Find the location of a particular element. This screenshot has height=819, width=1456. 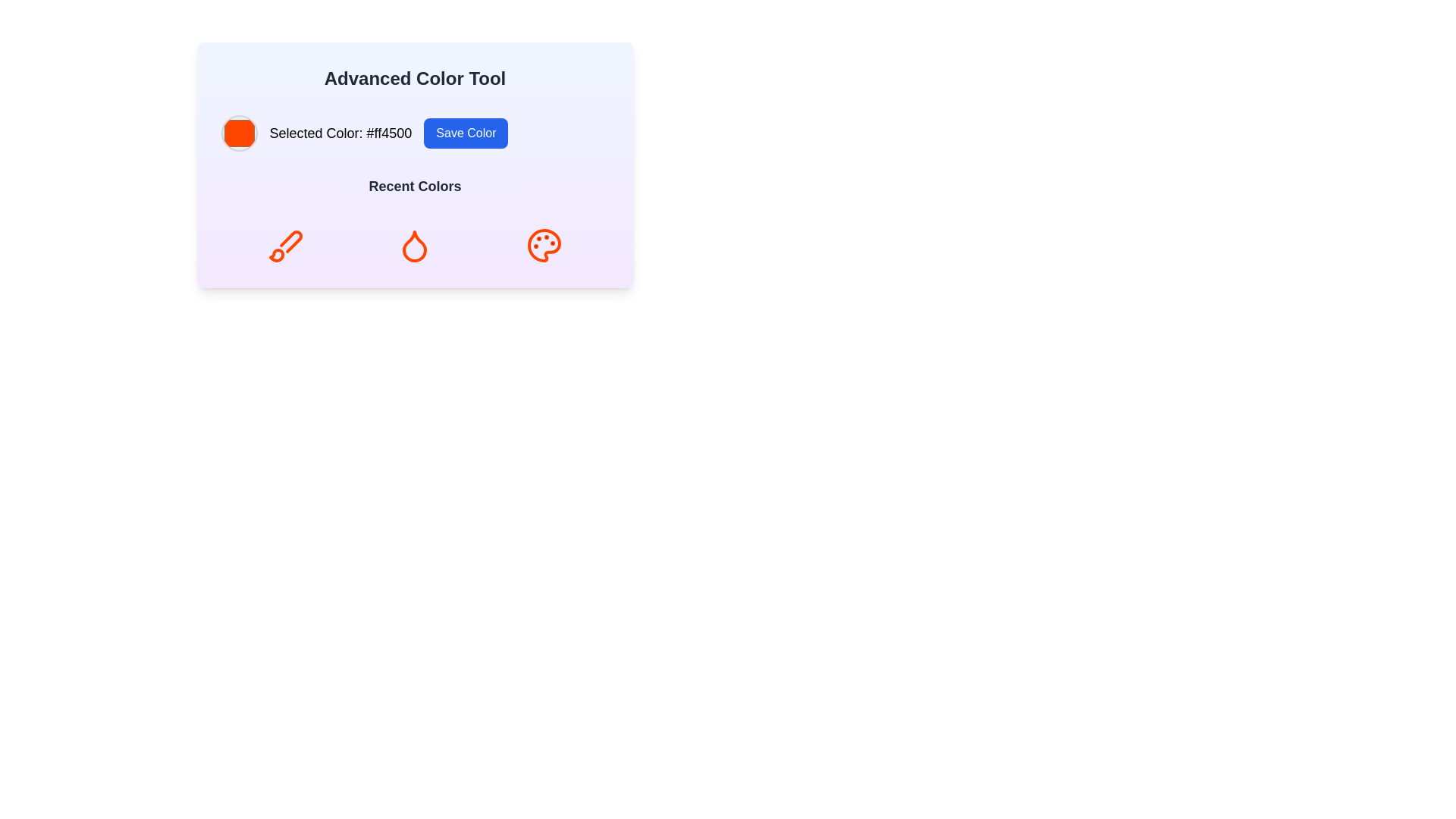

the rightmost color palette icon in the row of recent color tools is located at coordinates (544, 245).